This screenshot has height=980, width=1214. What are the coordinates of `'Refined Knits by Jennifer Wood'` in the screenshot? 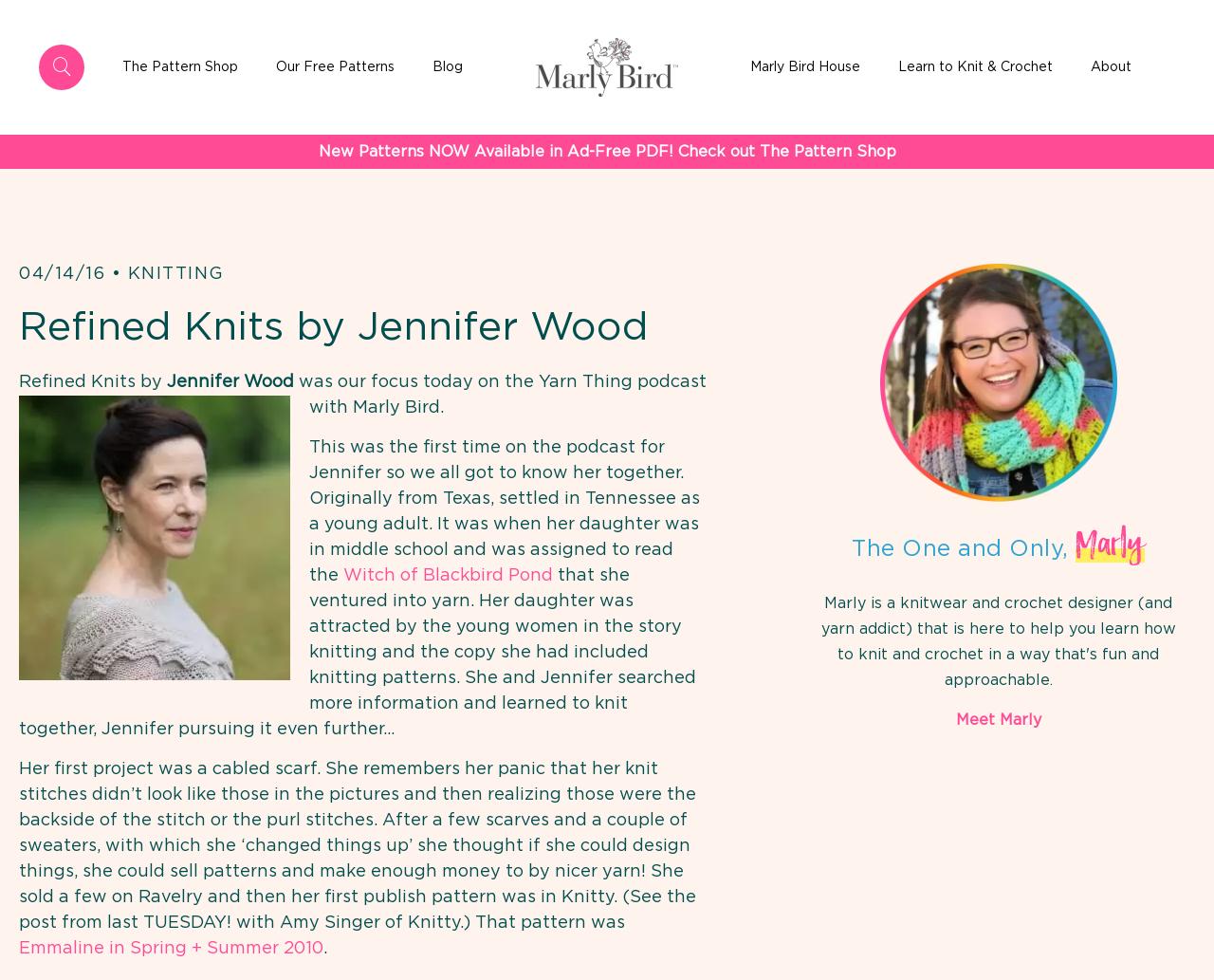 It's located at (18, 327).